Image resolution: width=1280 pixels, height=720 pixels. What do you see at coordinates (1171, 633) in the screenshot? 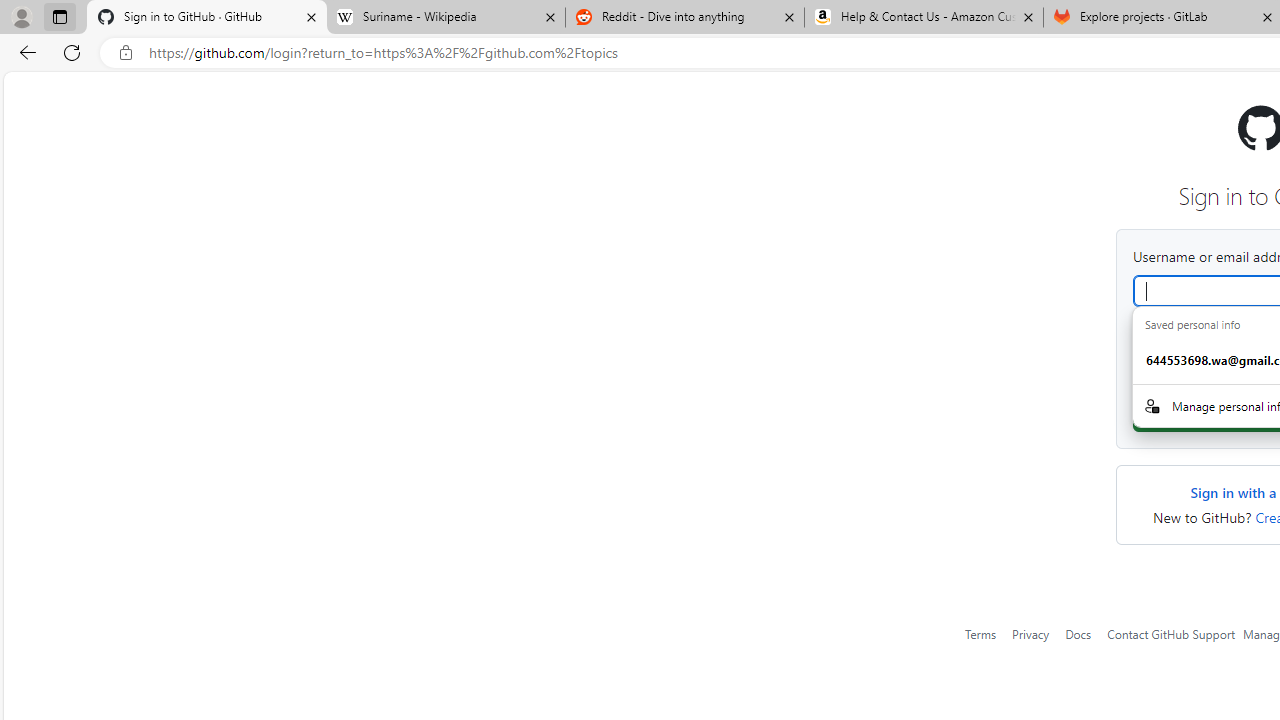
I see `'Contact GitHub Support'` at bounding box center [1171, 633].